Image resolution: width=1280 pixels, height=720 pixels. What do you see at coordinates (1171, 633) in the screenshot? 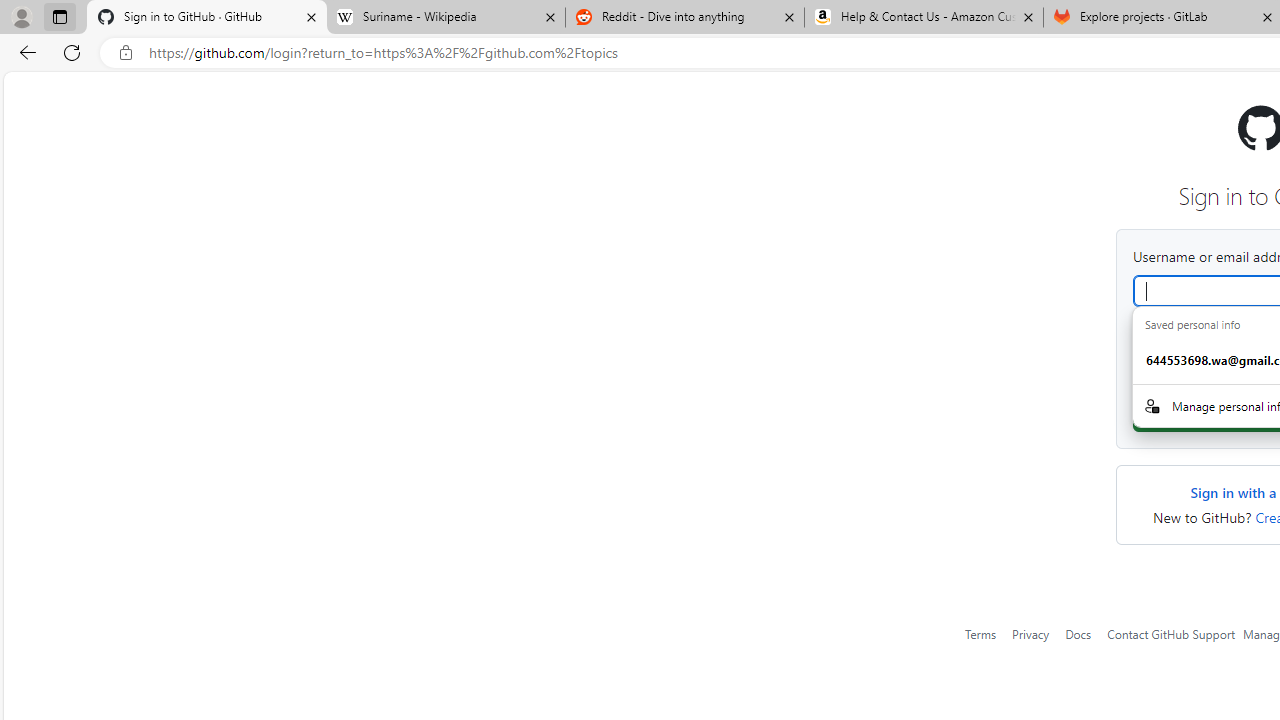
I see `'Contact GitHub Support'` at bounding box center [1171, 633].